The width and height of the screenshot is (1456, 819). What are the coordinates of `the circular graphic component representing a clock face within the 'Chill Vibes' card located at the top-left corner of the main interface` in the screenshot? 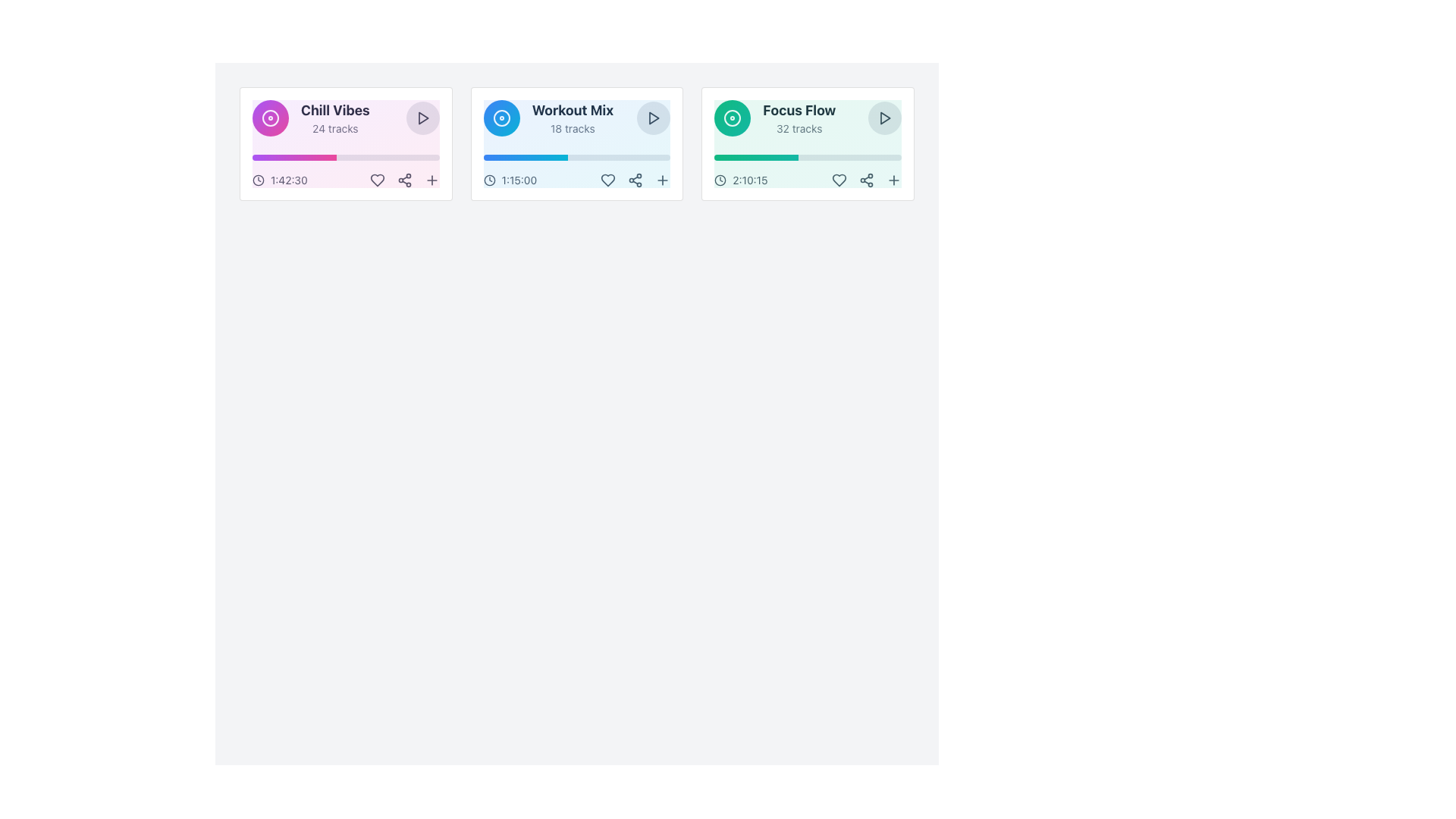 It's located at (258, 180).